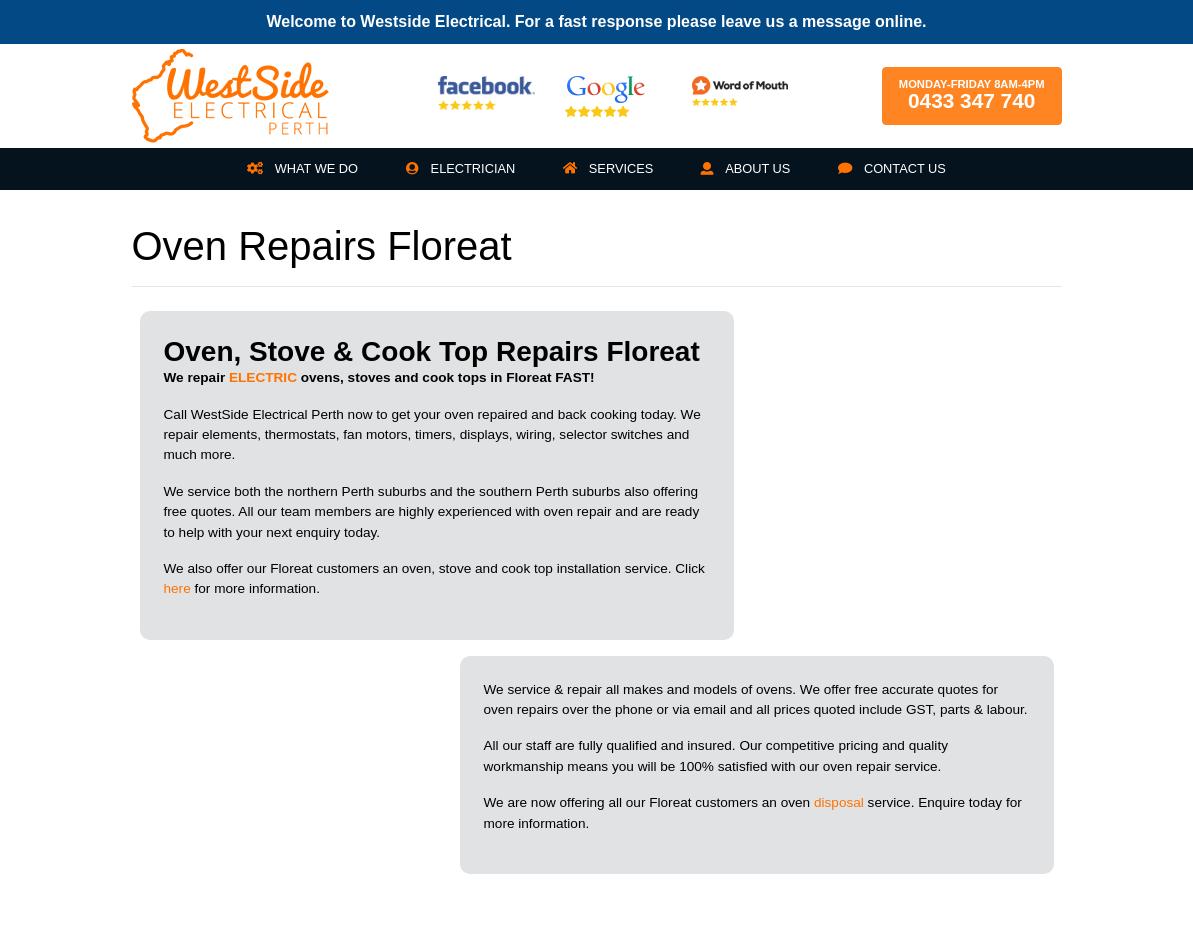  Describe the element at coordinates (432, 566) in the screenshot. I see `'We also offer our Floreat customers an oven, stove and cook top installation service. Click'` at that location.